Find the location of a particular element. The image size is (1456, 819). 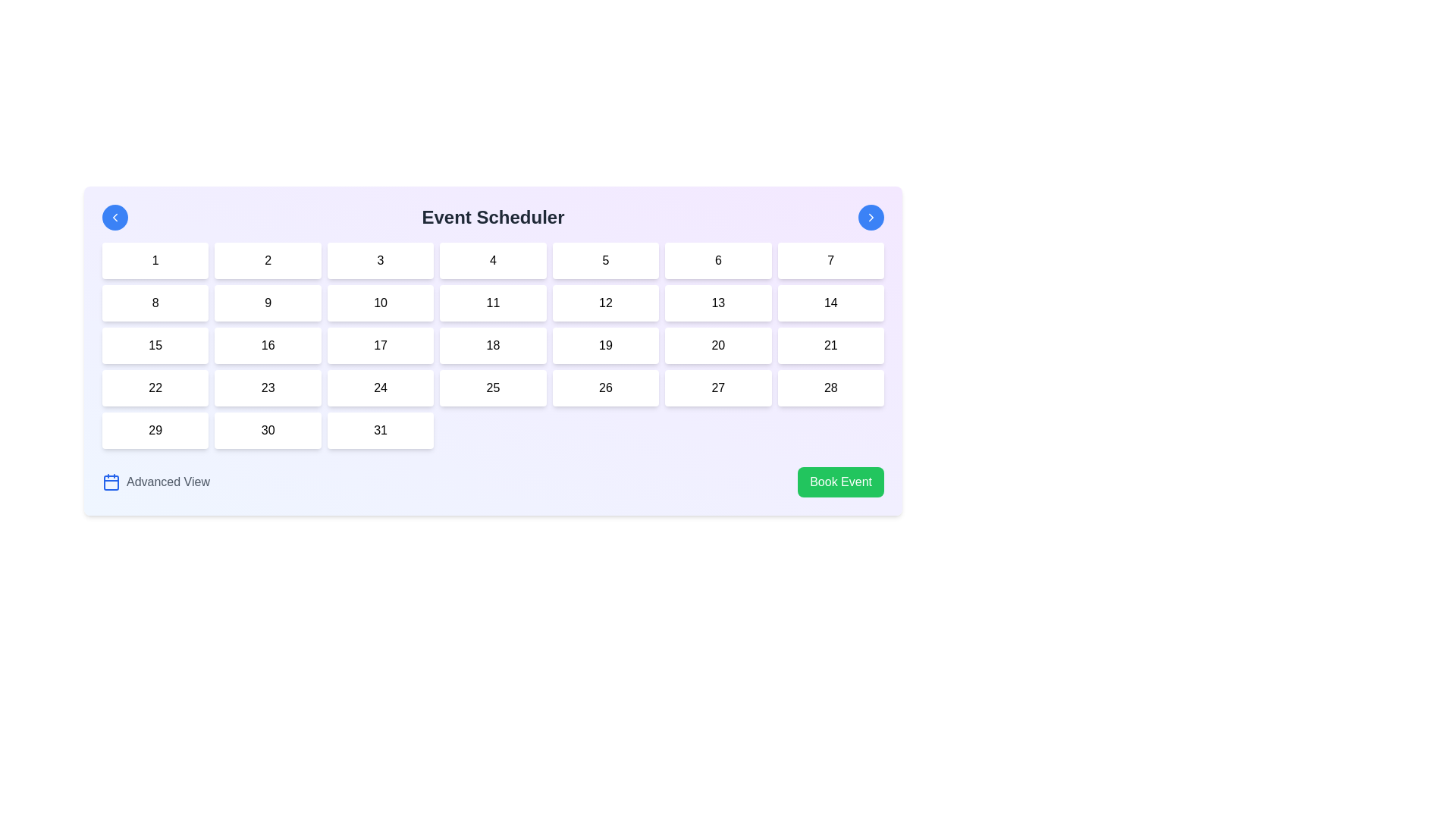

the selectable button representing the 11th day of the month in the event scheduler interface is located at coordinates (493, 303).